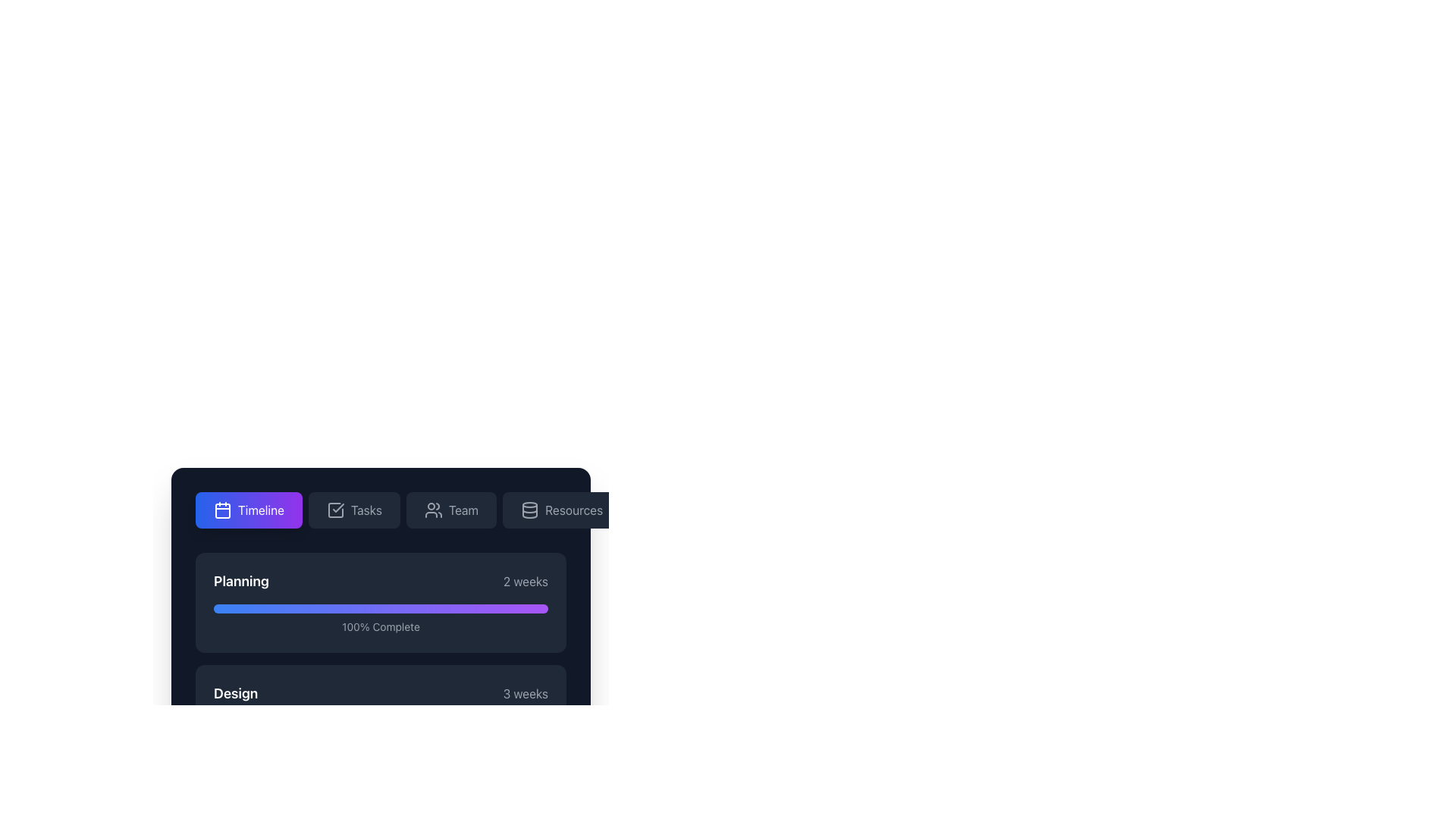 This screenshot has width=1456, height=819. I want to click on the Card with the title 'Design' and the timeframe '3 weeks', which is the second card in a vertical list and has a progress bar filled to 75%, so click(381, 714).